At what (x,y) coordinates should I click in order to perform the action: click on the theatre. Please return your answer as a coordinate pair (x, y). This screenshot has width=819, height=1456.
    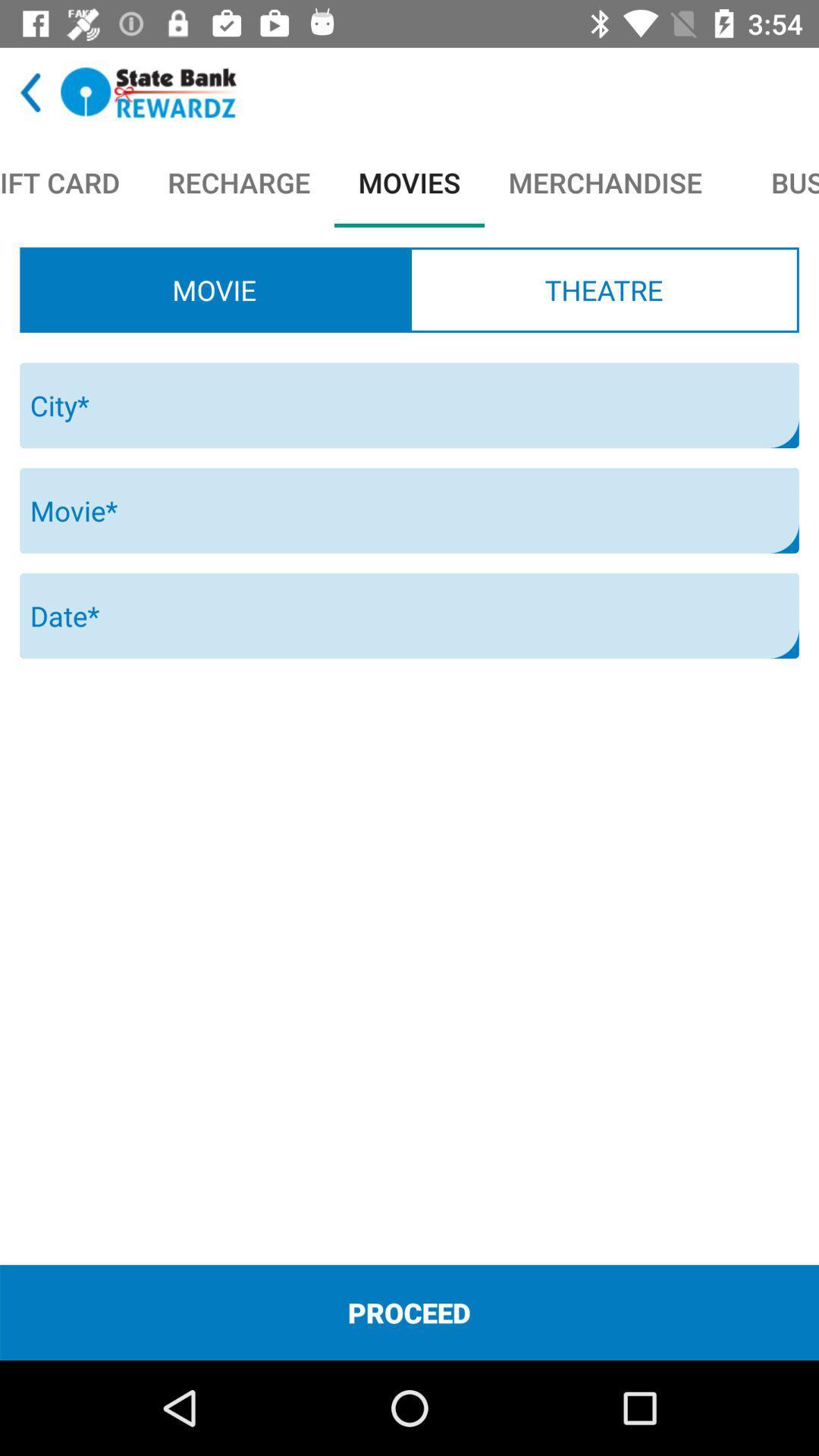
    Looking at the image, I should click on (603, 290).